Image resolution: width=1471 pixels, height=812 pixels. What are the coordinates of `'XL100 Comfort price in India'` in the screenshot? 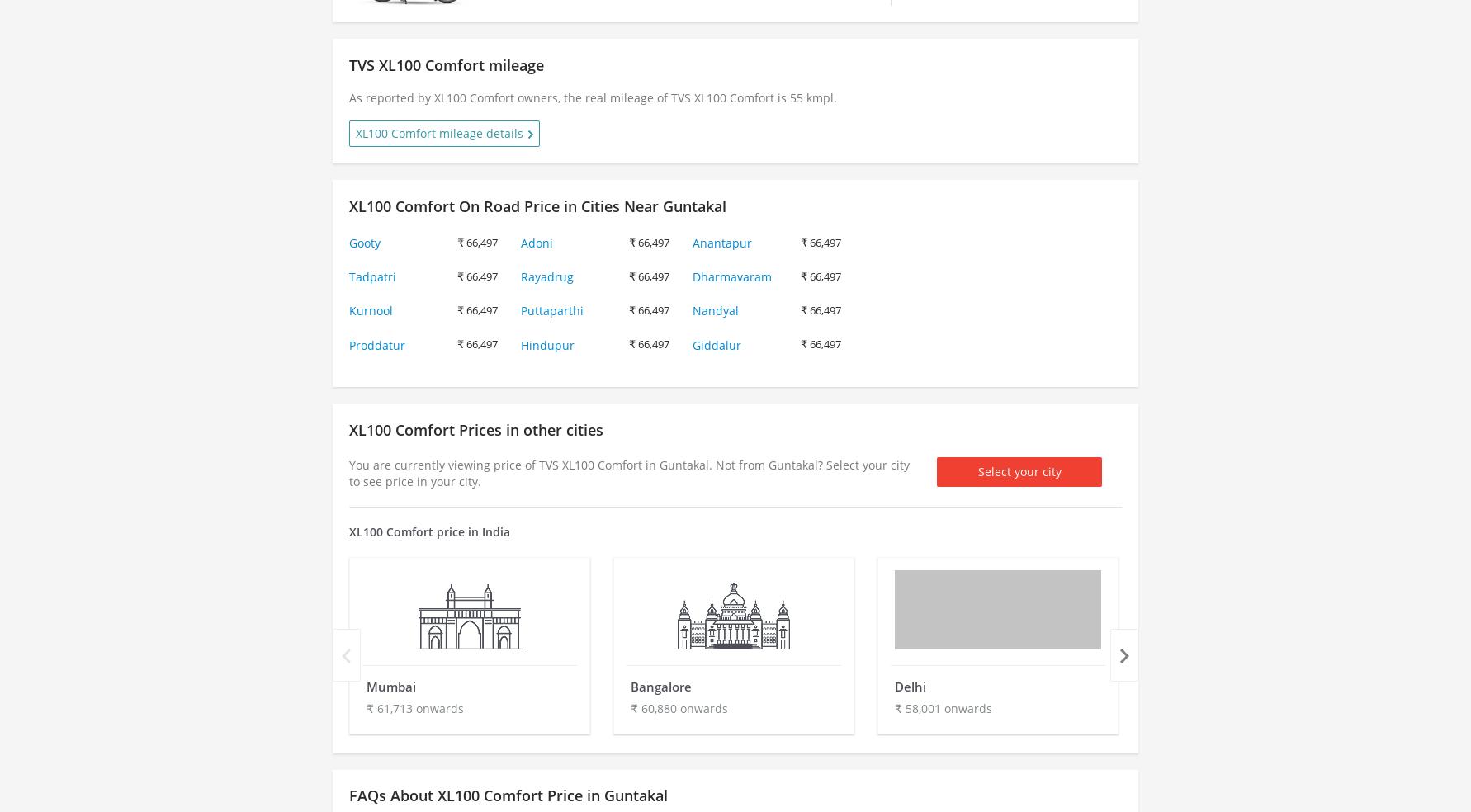 It's located at (428, 531).